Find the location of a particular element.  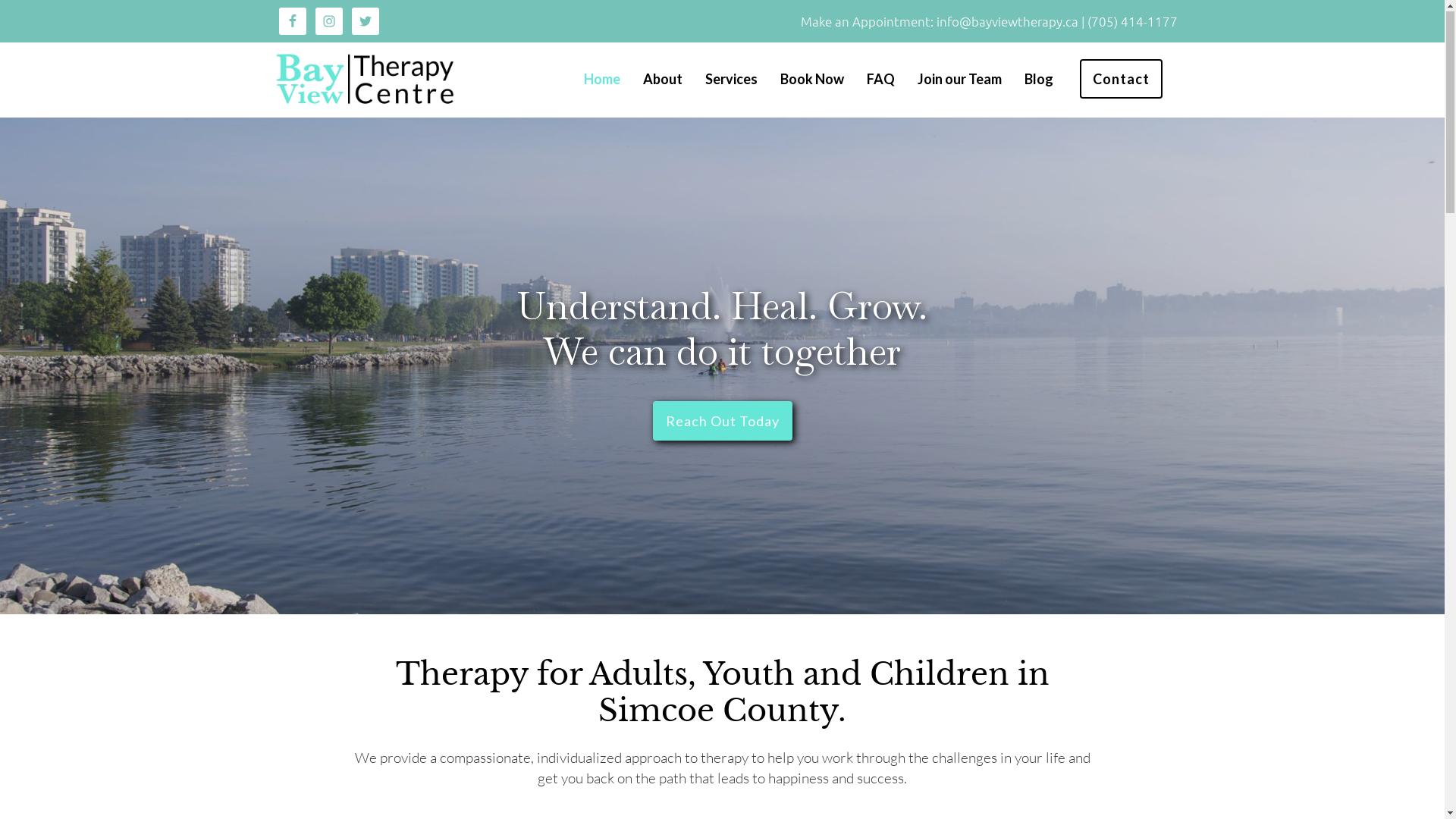

'Join our Team' is located at coordinates (959, 79).